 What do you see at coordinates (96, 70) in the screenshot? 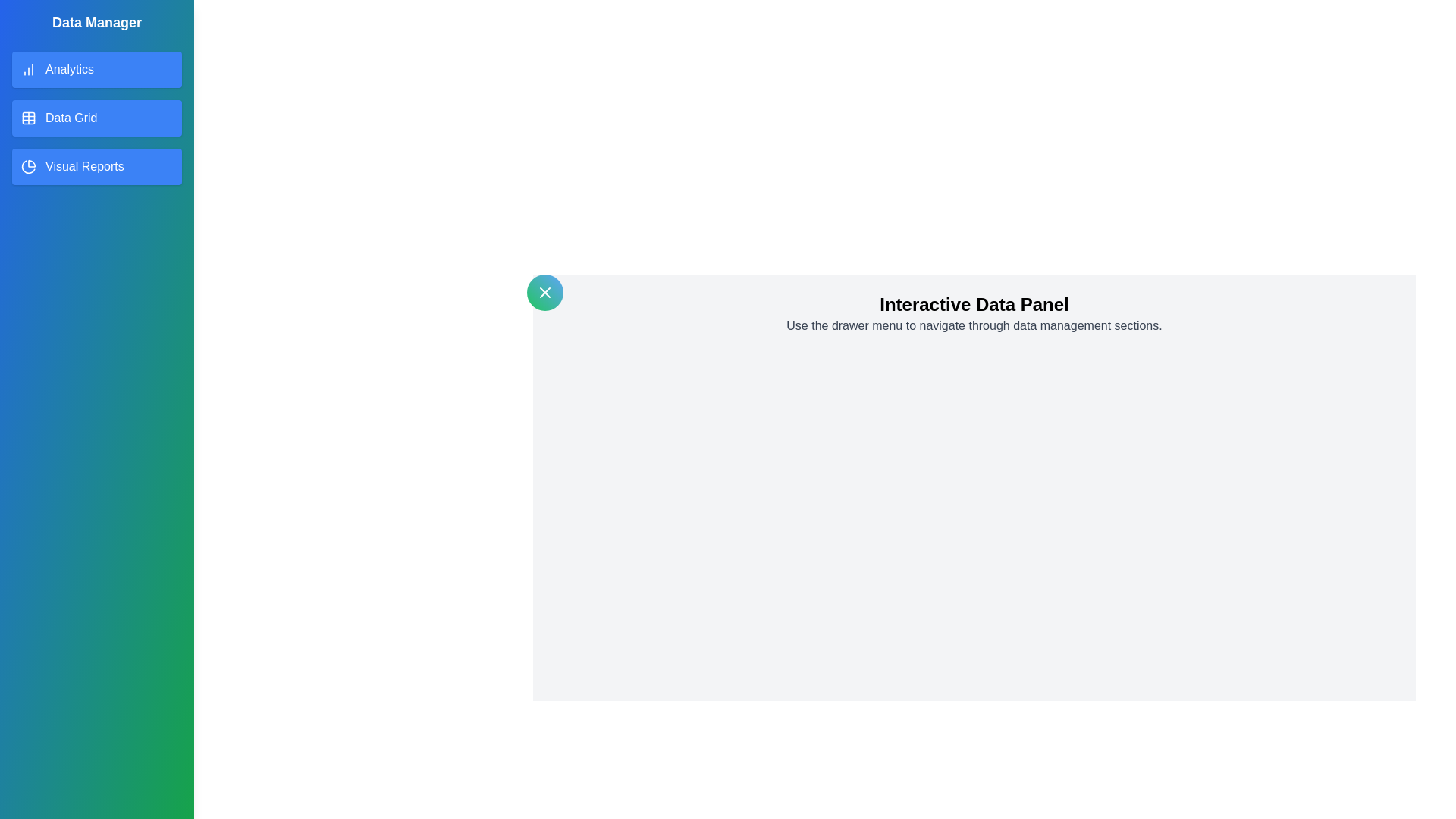
I see `the item Analytics in the drawer list` at bounding box center [96, 70].